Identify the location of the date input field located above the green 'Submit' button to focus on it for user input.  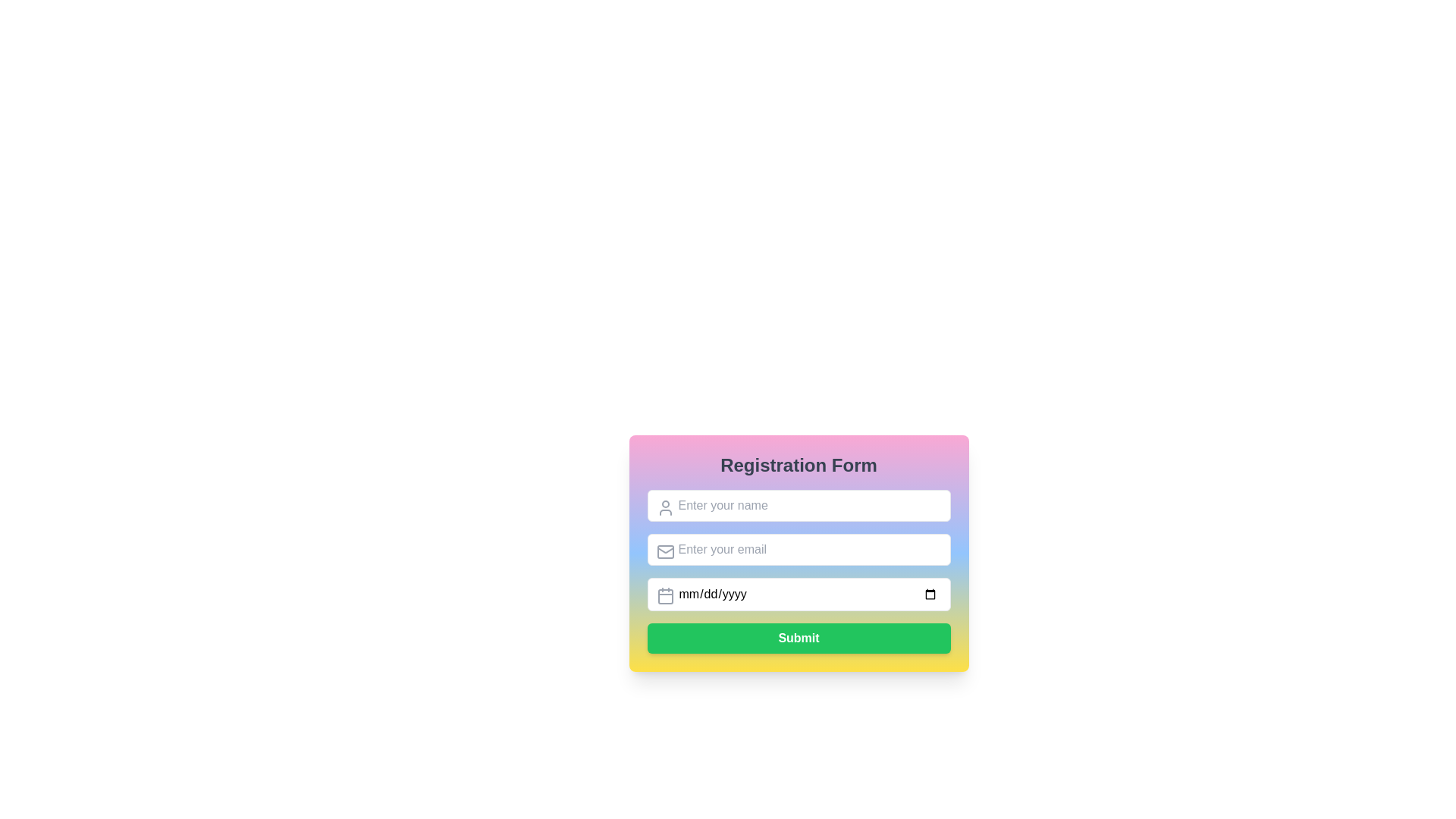
(798, 571).